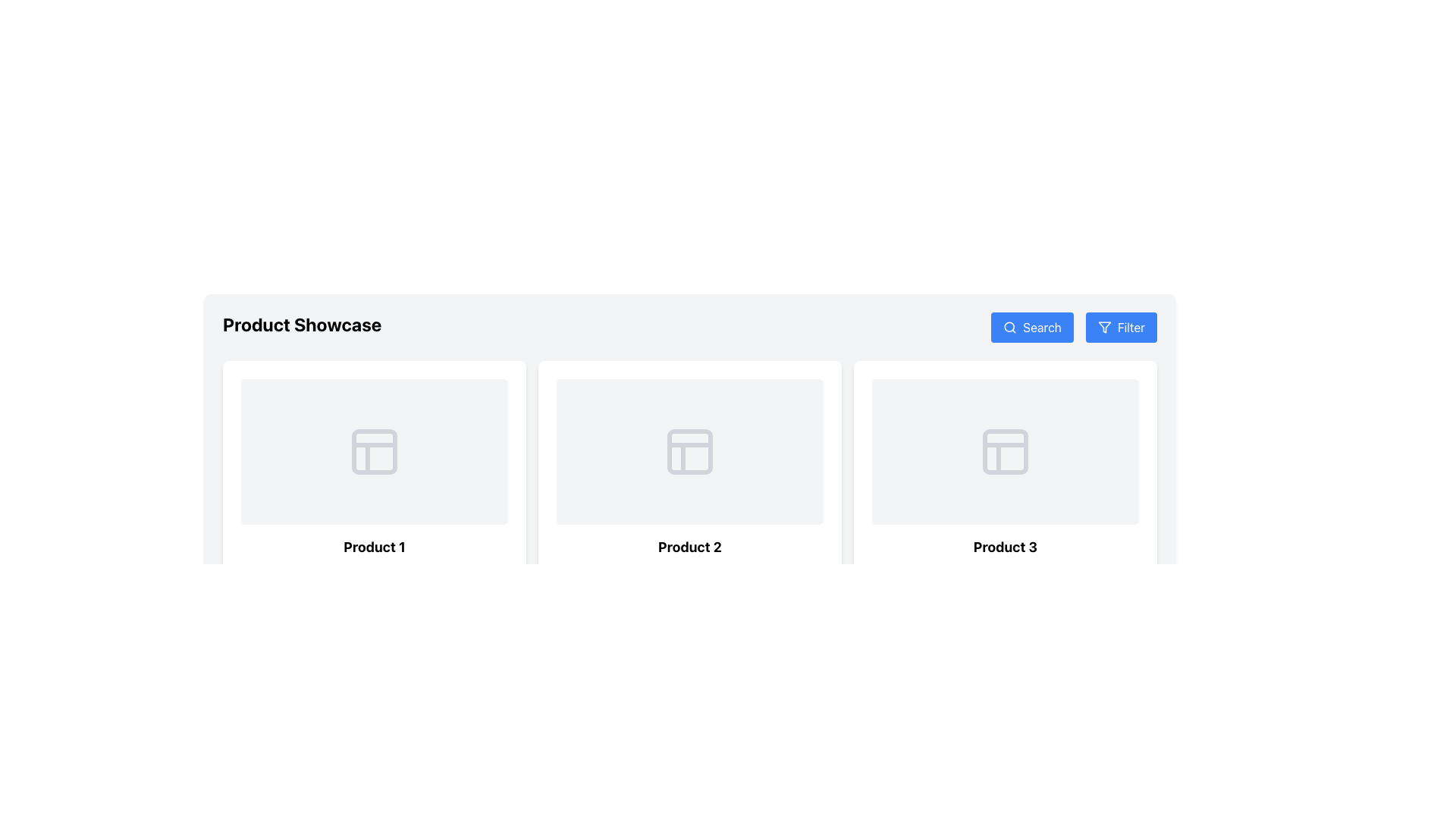  What do you see at coordinates (1005, 547) in the screenshot?
I see `text content of the Text Label that identifies 'Product 3' in the card, located at the bottom section, following the icon graphic` at bounding box center [1005, 547].